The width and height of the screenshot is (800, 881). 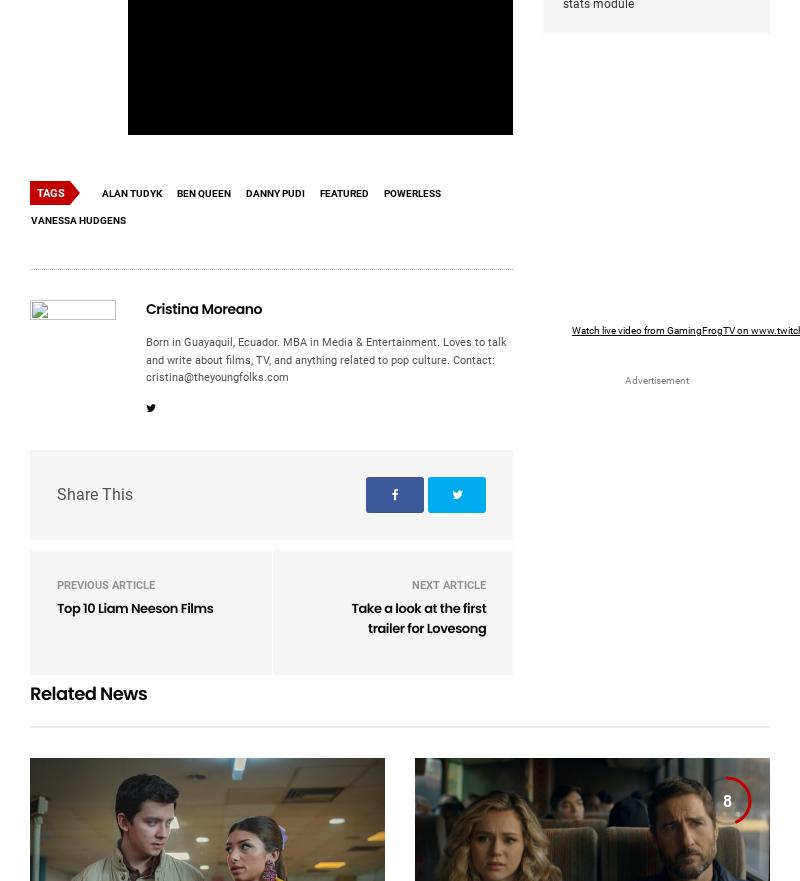 What do you see at coordinates (624, 379) in the screenshot?
I see `'Advertisement'` at bounding box center [624, 379].